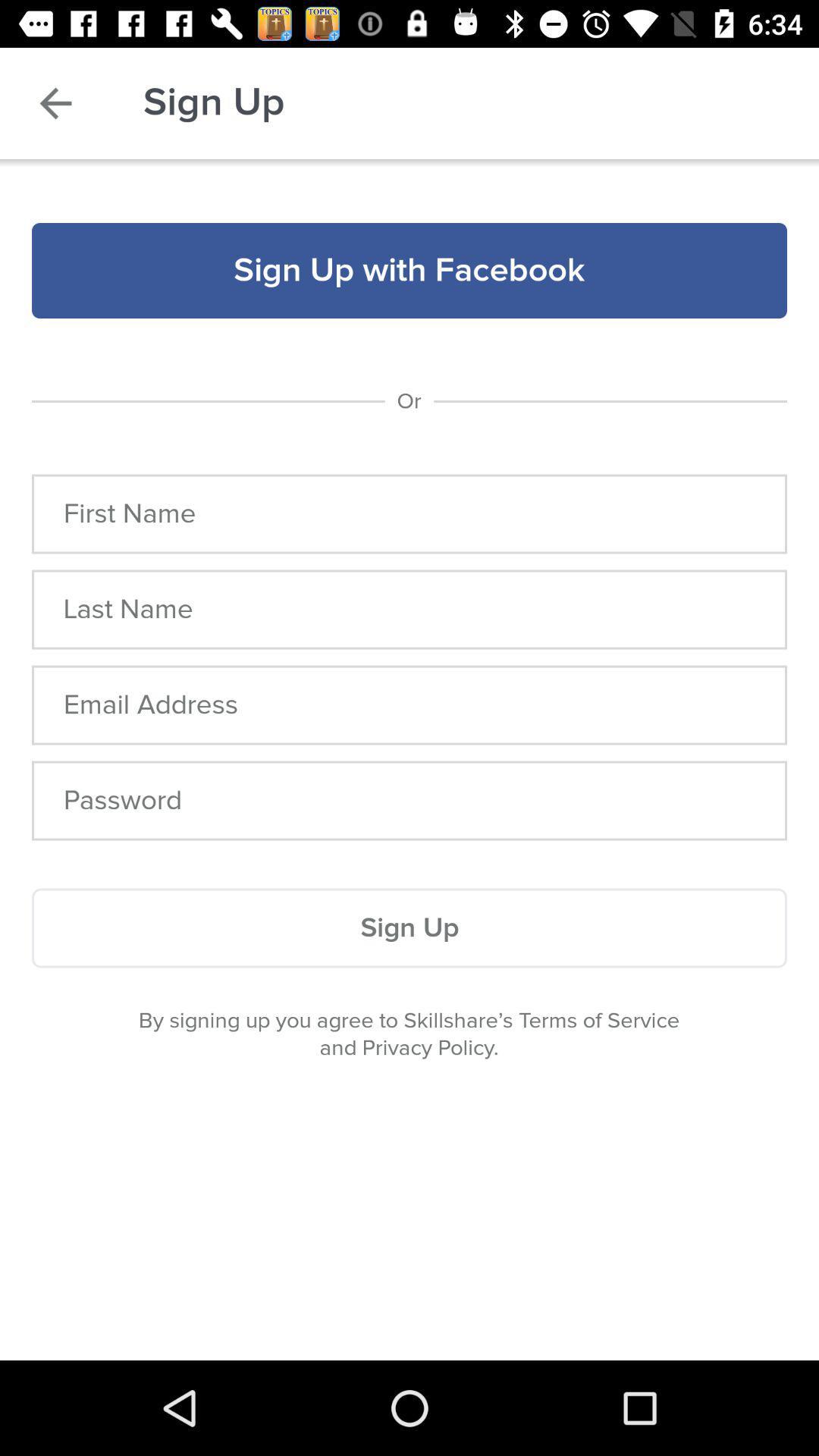 This screenshot has width=819, height=1456. I want to click on email address, so click(409, 704).